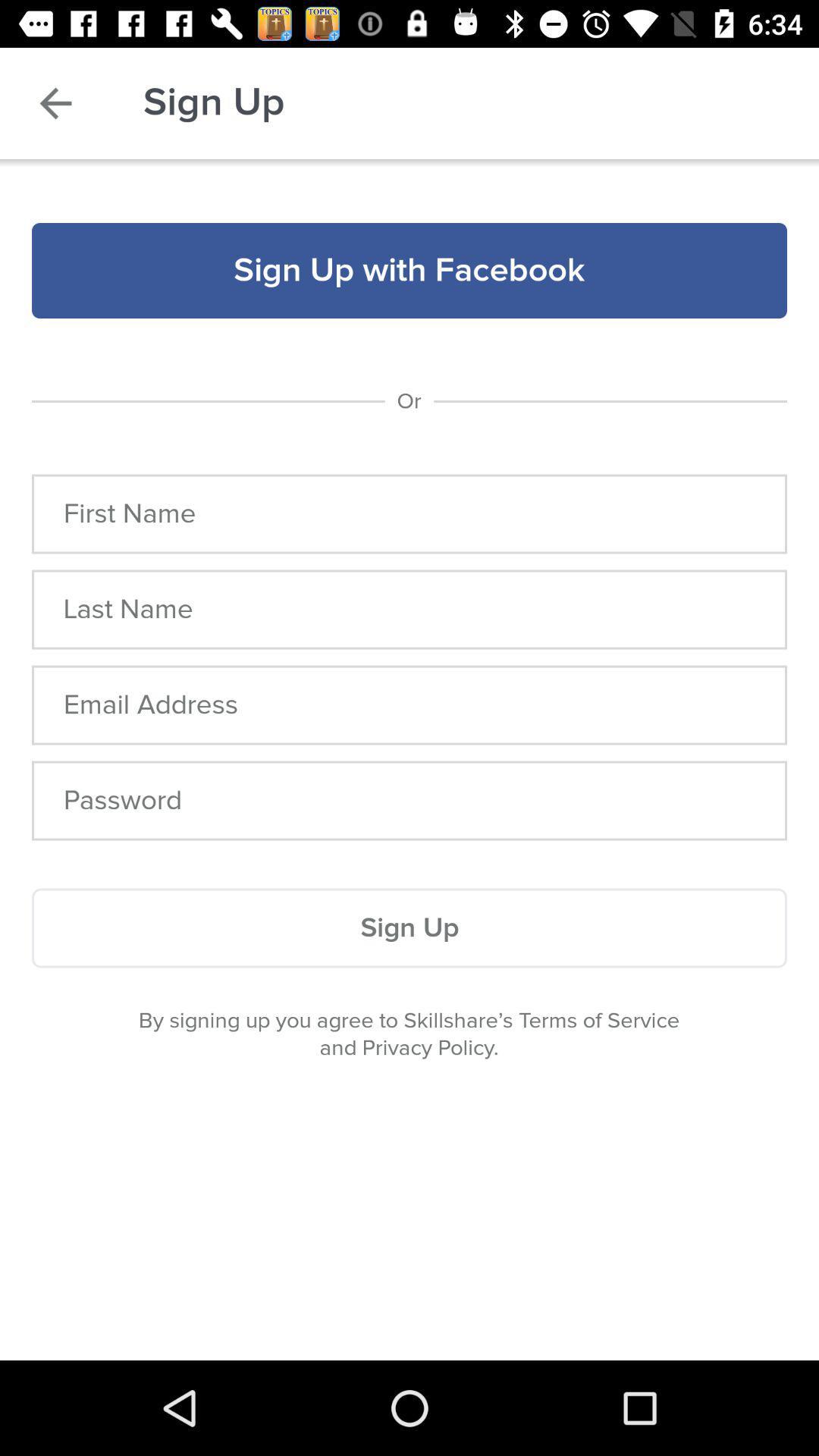 This screenshot has width=819, height=1456. I want to click on email address, so click(409, 704).